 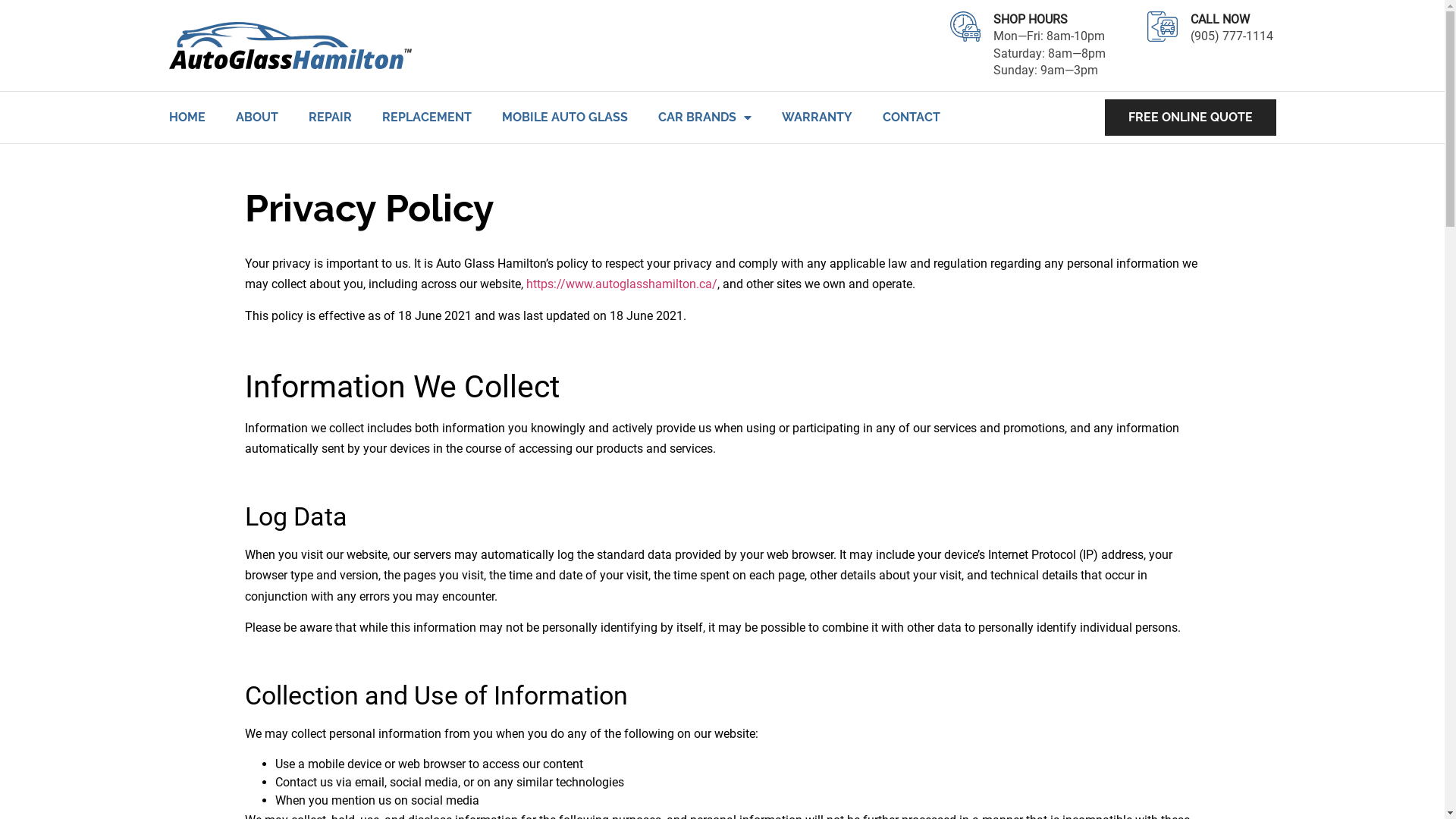 I want to click on 'REPLACEMENT', so click(x=382, y=116).